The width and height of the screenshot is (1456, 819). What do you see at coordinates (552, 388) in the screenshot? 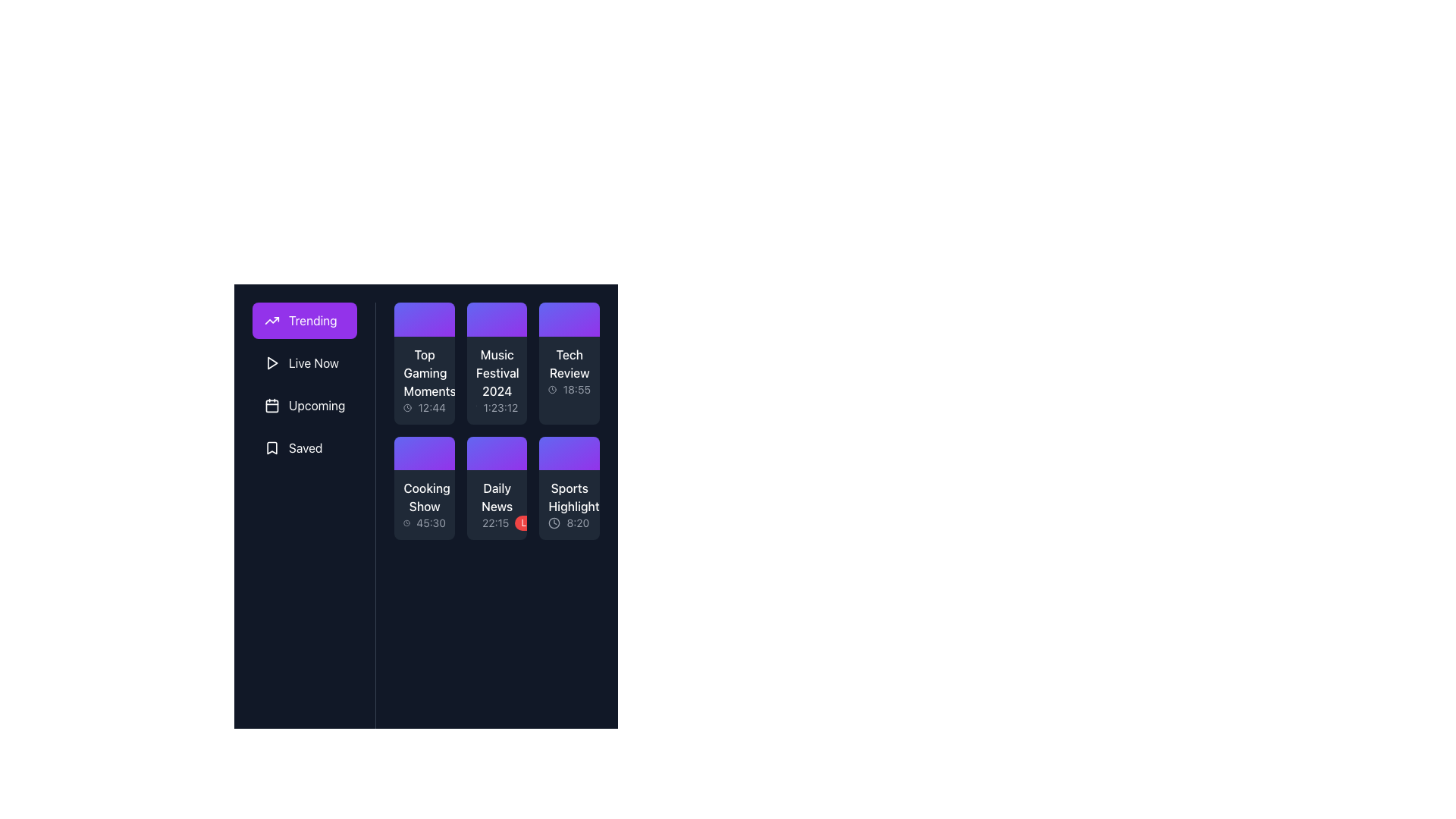
I see `the SVG circle element located within the third card under the 'Tech Review' label, which serves as a decorative part of the clock icon` at bounding box center [552, 388].